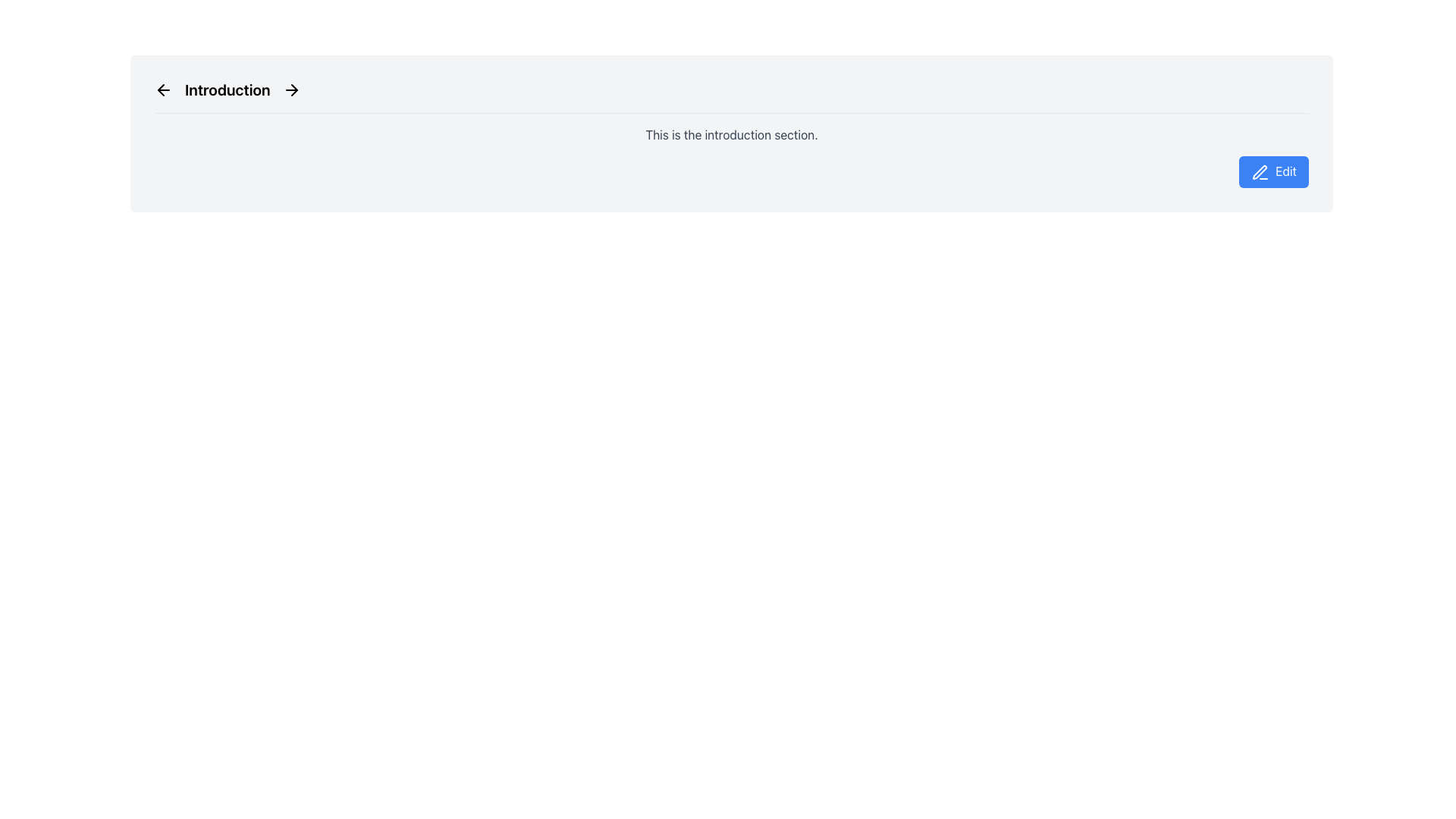 This screenshot has height=819, width=1456. What do you see at coordinates (227, 90) in the screenshot?
I see `bold, center-aligned text displaying 'Introduction' located at the center of the horizontal bar near the top of the interface` at bounding box center [227, 90].